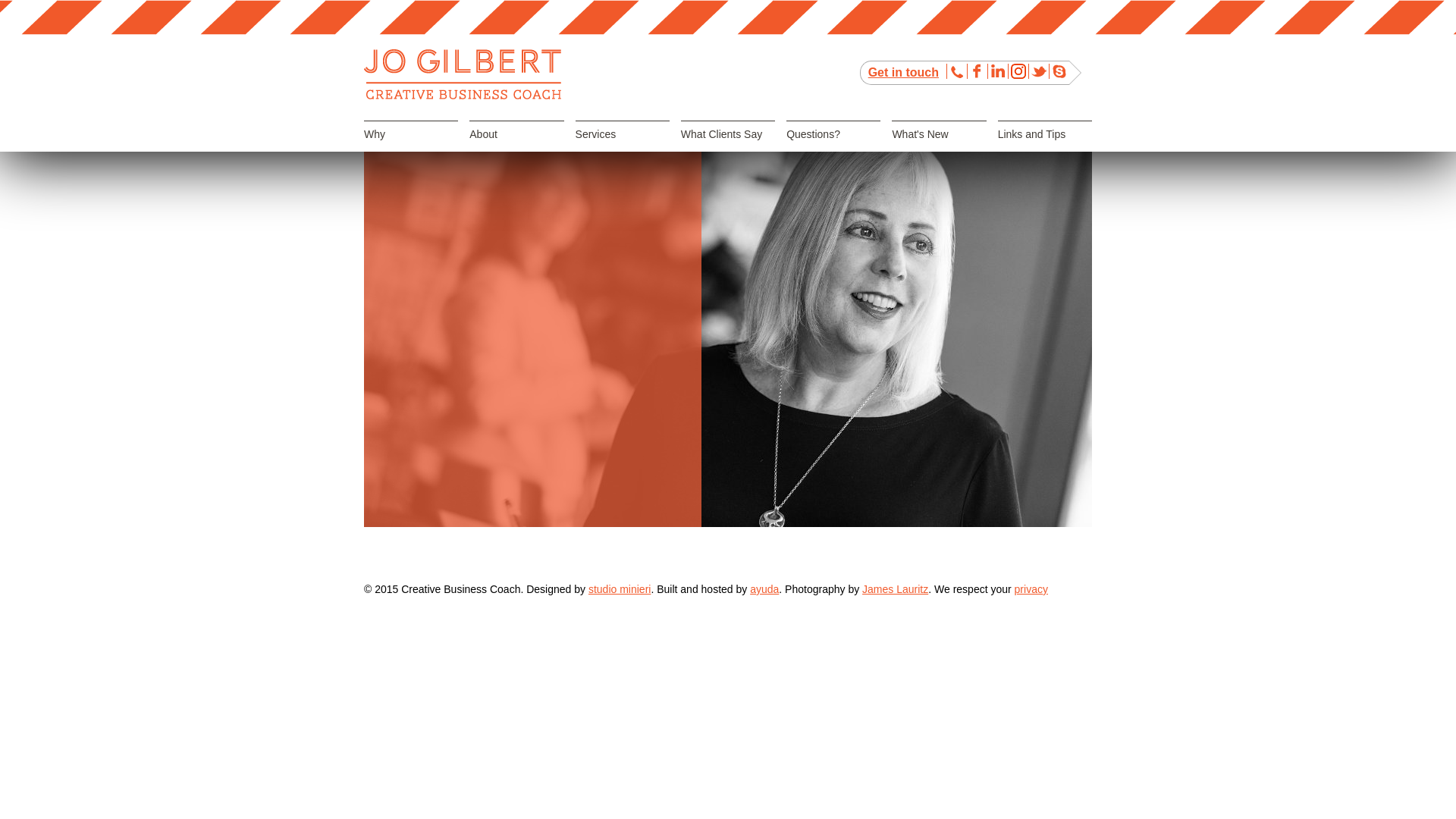 The image size is (1456, 819). What do you see at coordinates (728, 148) in the screenshot?
I see `'What Clients Say'` at bounding box center [728, 148].